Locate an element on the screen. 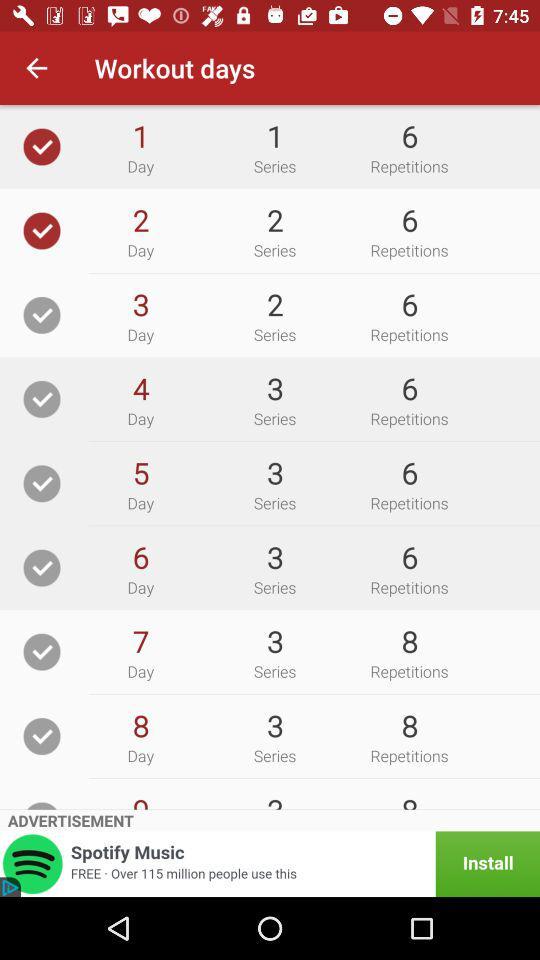  the item below advertisement icon is located at coordinates (270, 863).